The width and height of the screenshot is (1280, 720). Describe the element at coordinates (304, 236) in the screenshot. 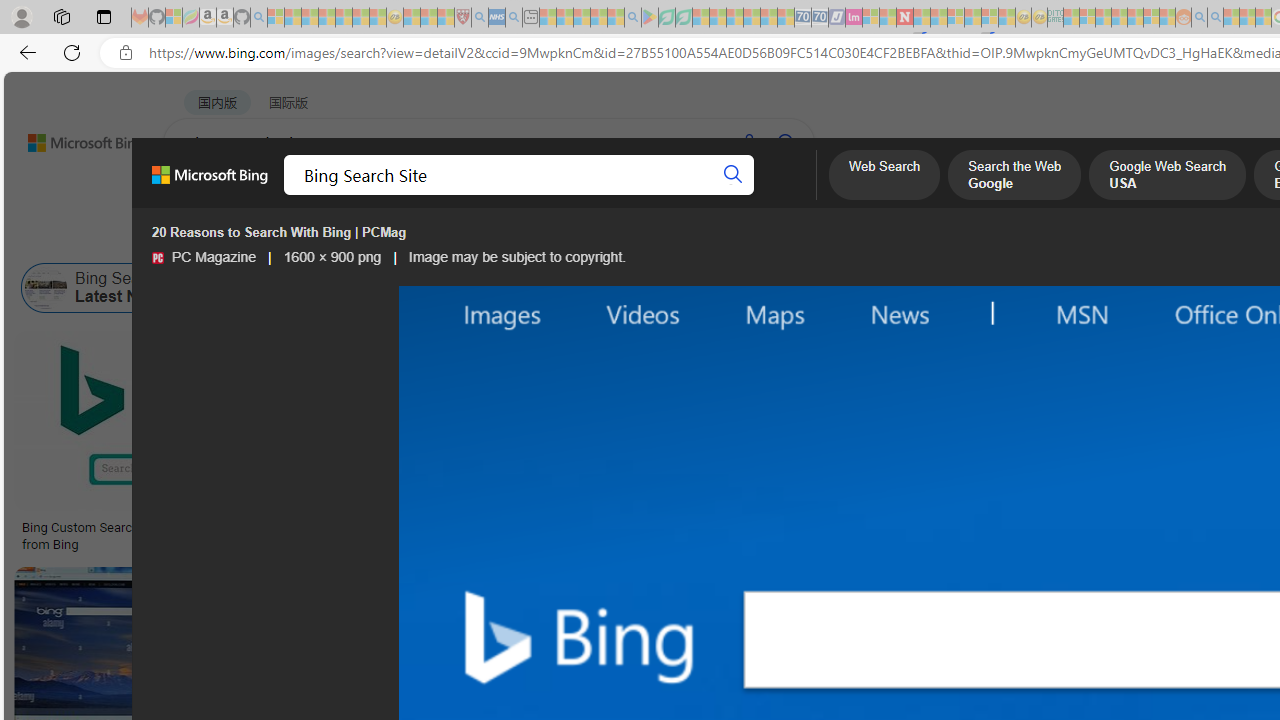

I see `'Color'` at that location.